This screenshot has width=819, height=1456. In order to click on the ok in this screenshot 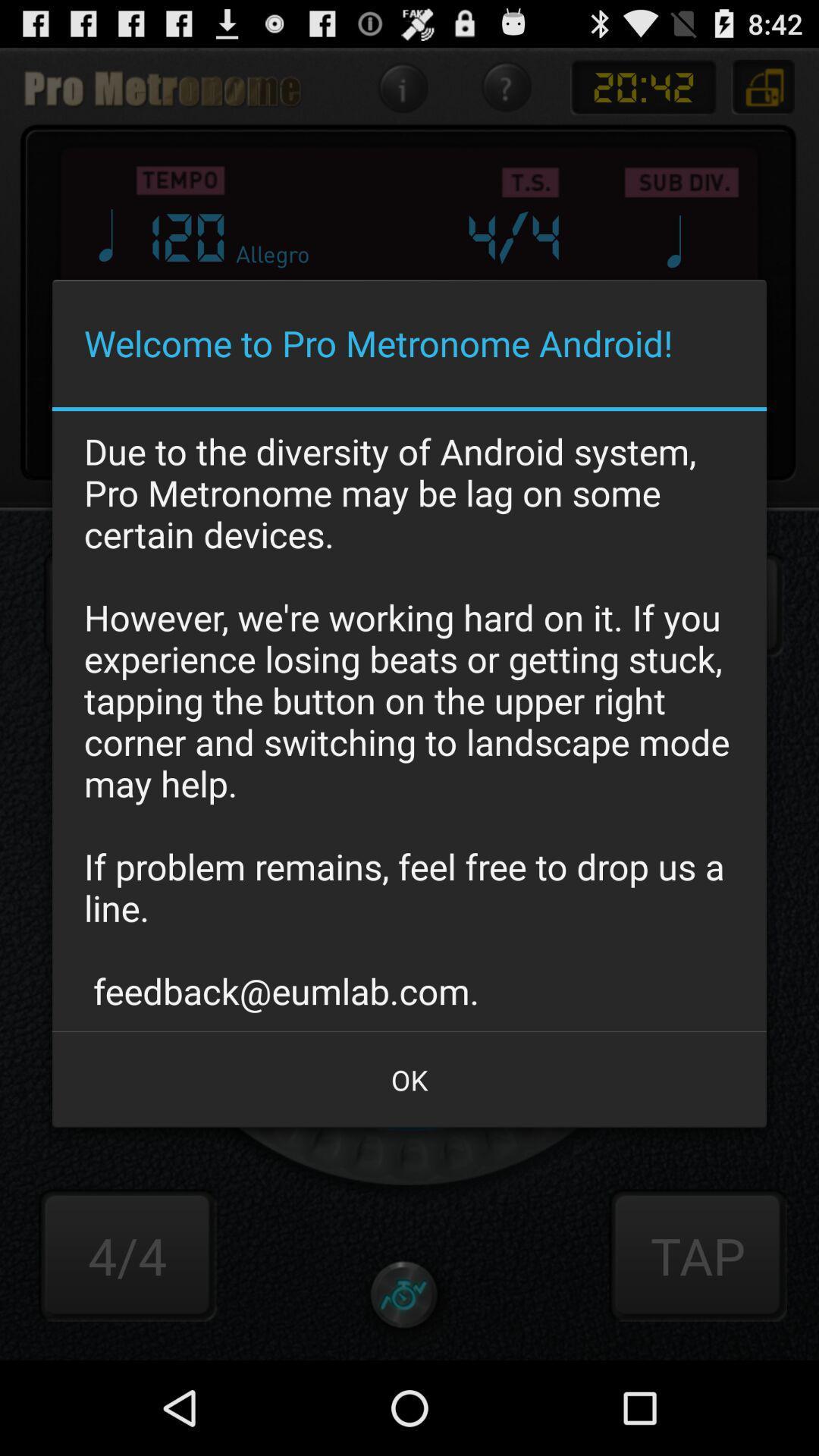, I will do `click(409, 1079)`.